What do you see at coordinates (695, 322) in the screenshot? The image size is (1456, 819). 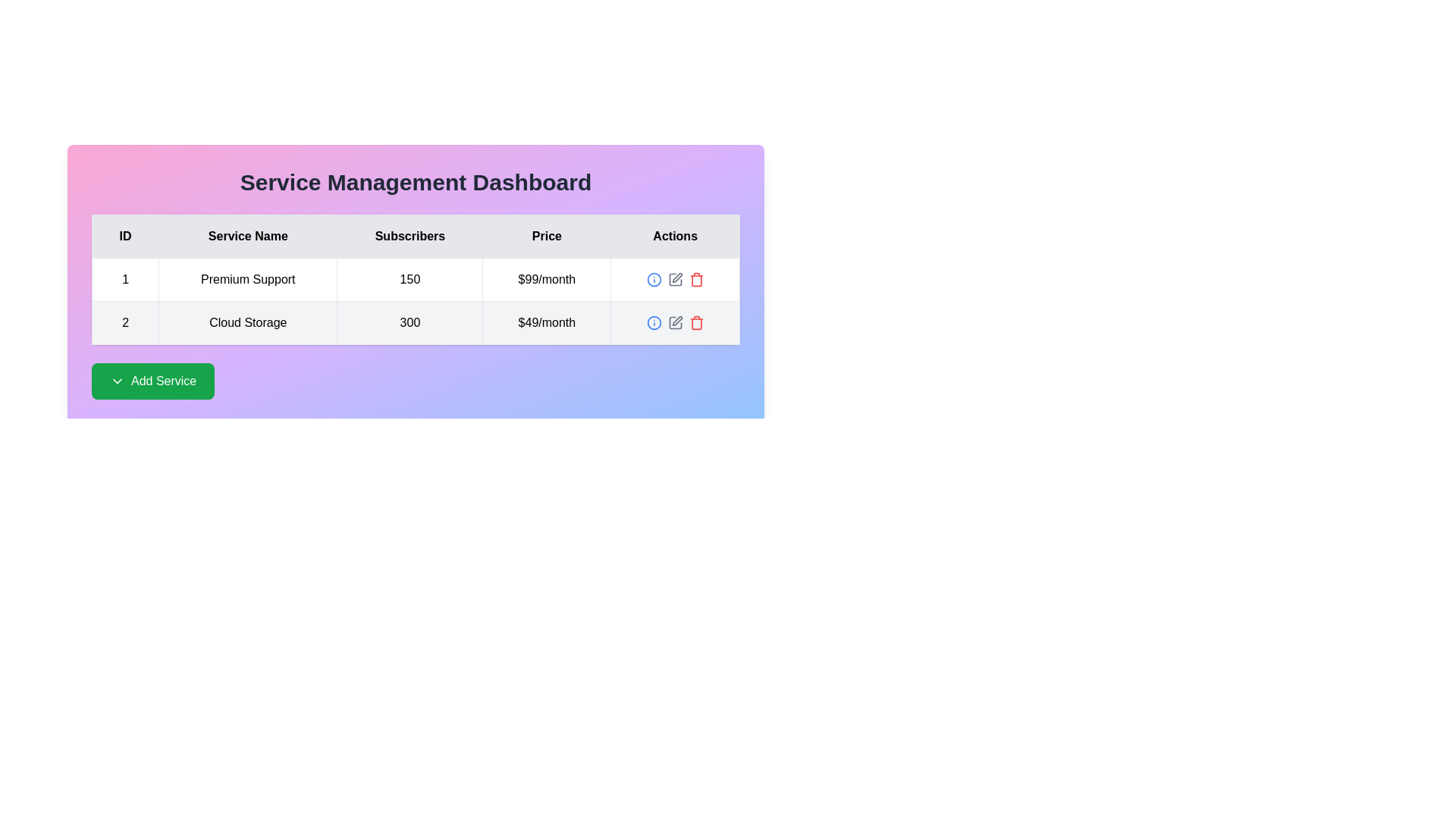 I see `the delete icon button located in the 'Actions' column of the second row in the table to initiate a delete action` at bounding box center [695, 322].